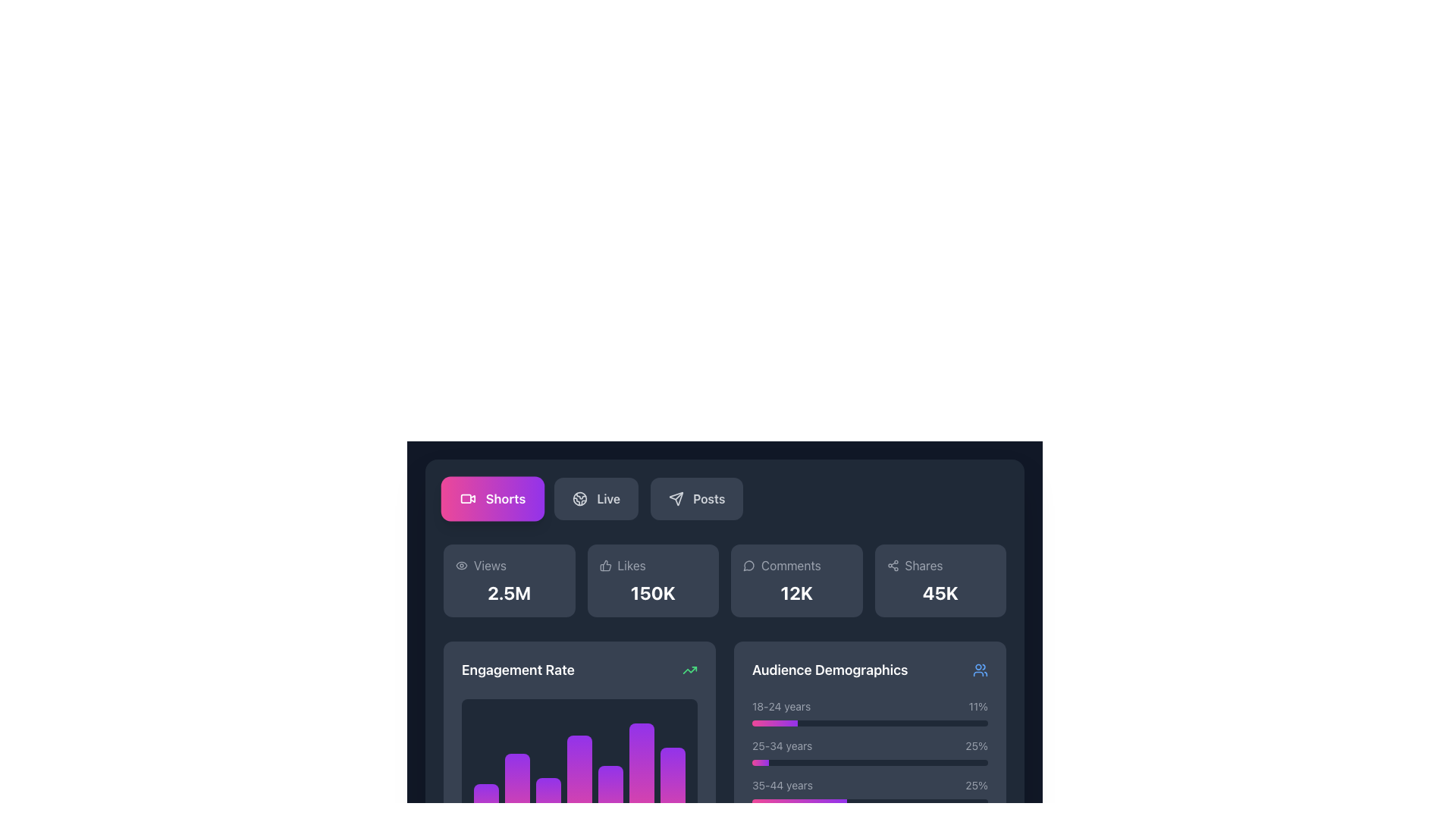  Describe the element at coordinates (870, 669) in the screenshot. I see `the 'Audience Demographics' label which is styled with a bold white font on a dark background, positioned at the top center of the section panel, adjacent to a small blue icon` at that location.